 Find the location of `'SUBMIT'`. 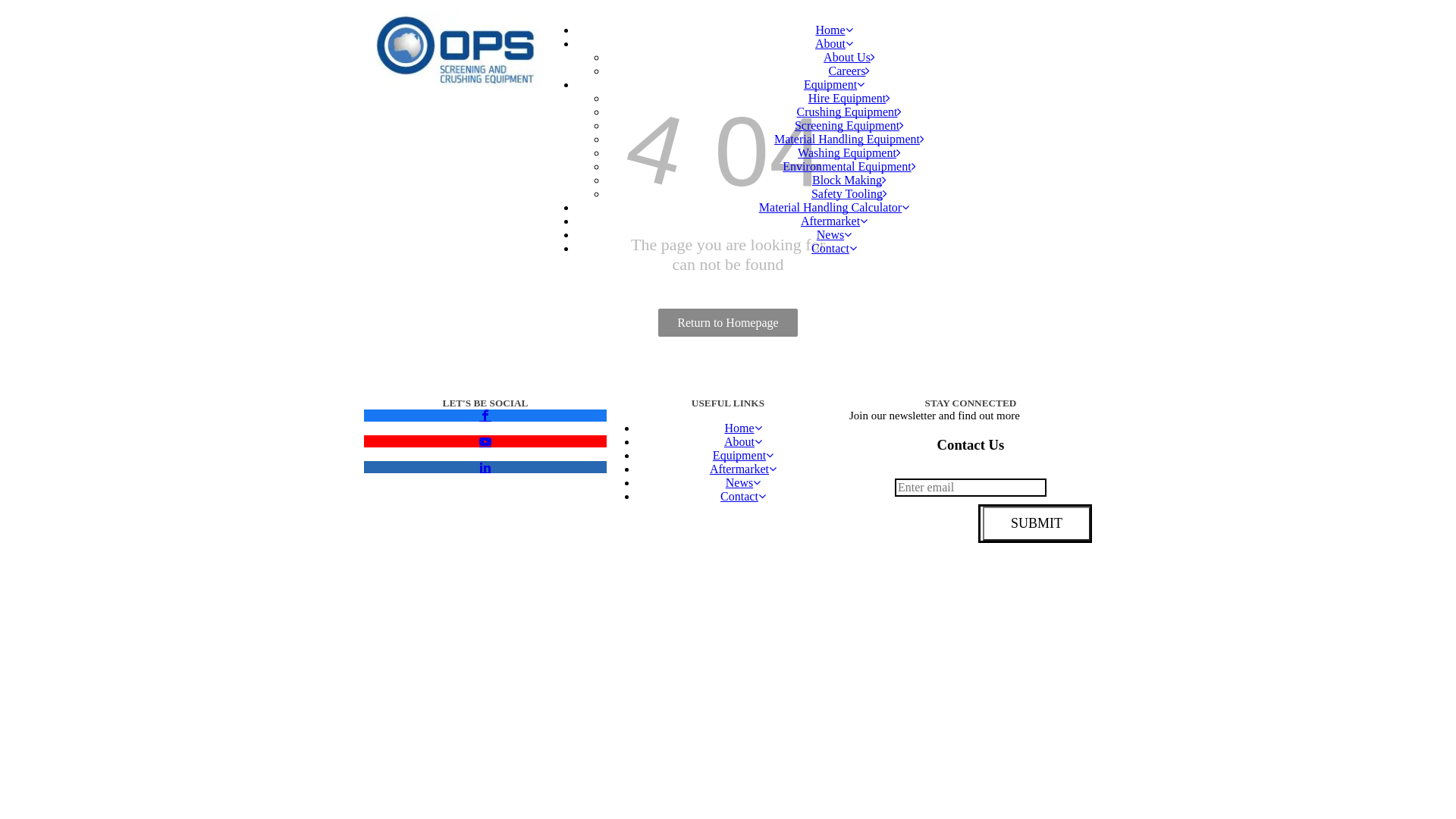

'SUBMIT' is located at coordinates (1035, 522).